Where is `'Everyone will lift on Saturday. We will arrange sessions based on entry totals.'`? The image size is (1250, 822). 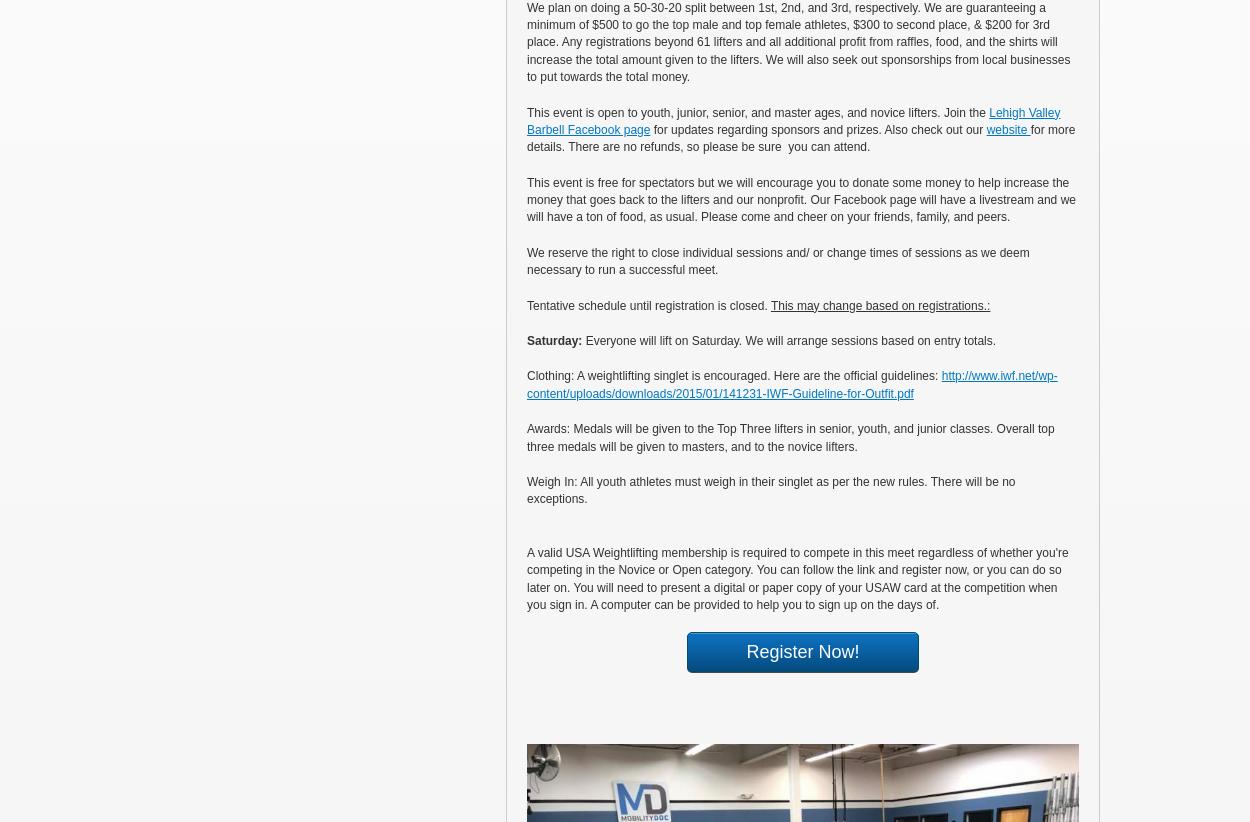 'Everyone will lift on Saturday. We will arrange sessions based on entry totals.' is located at coordinates (790, 339).